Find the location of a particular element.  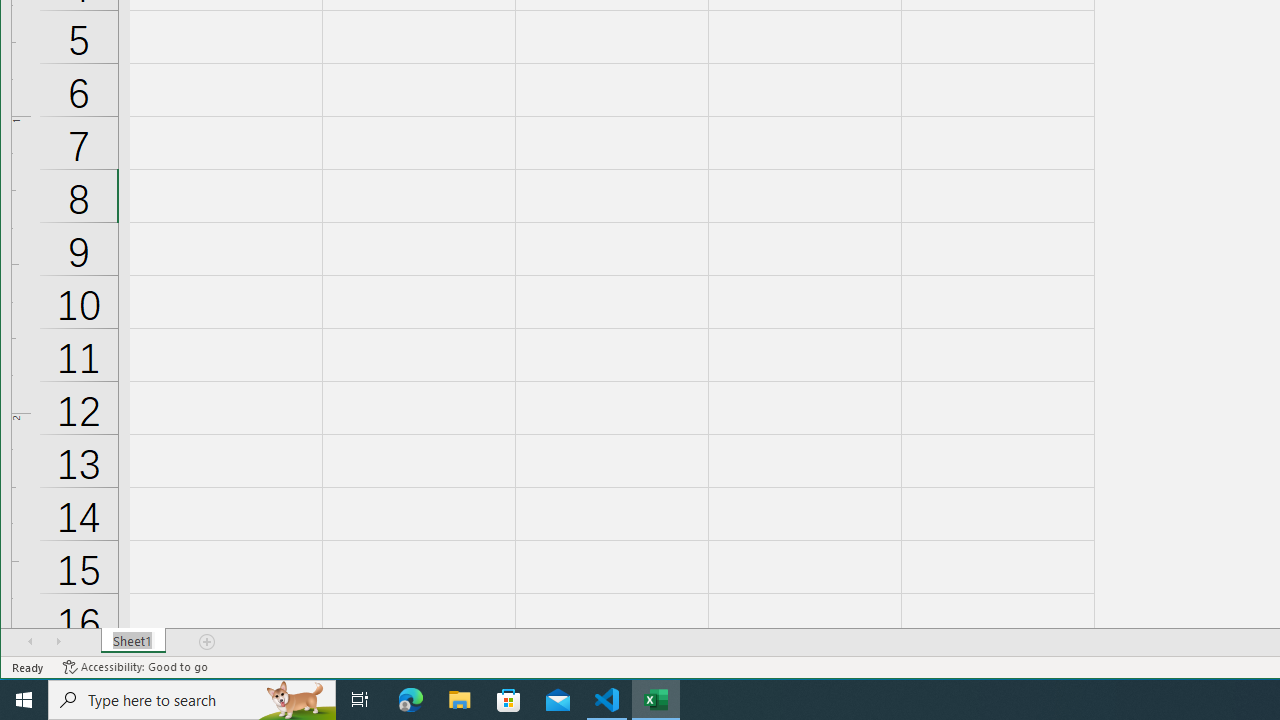

'Microsoft Store' is located at coordinates (509, 698).